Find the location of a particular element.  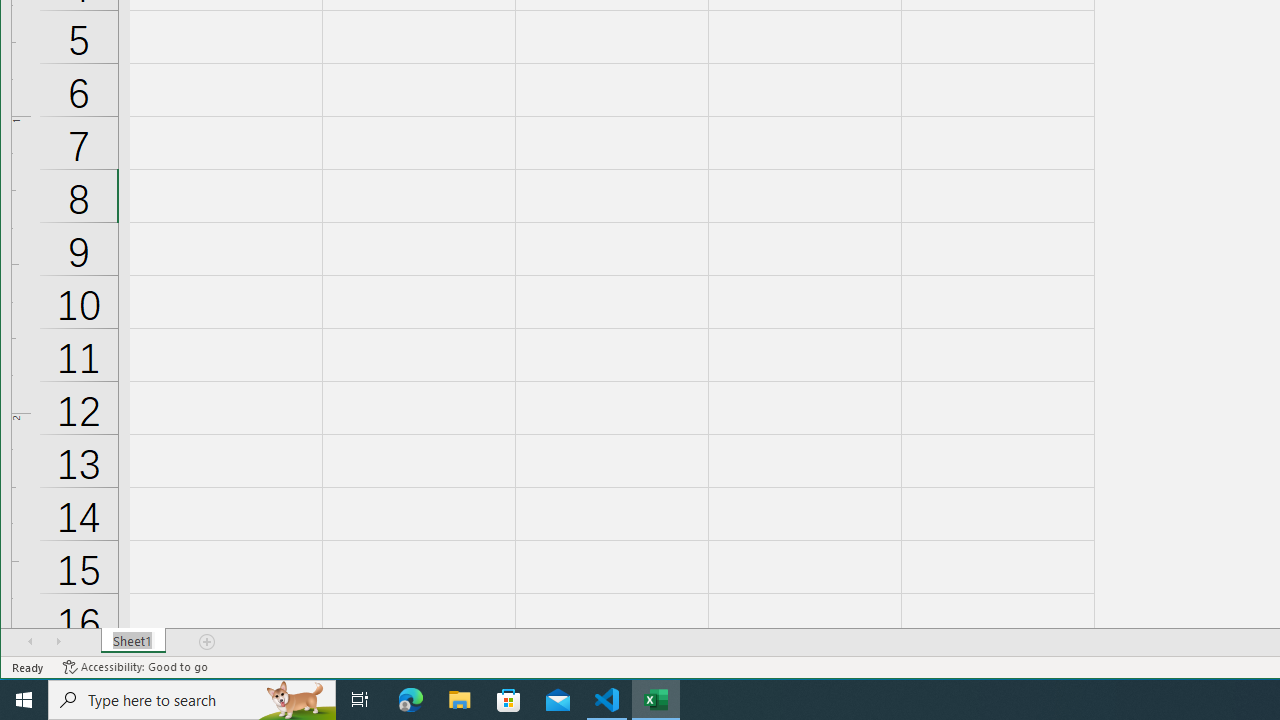

'Microsoft Store' is located at coordinates (509, 698).